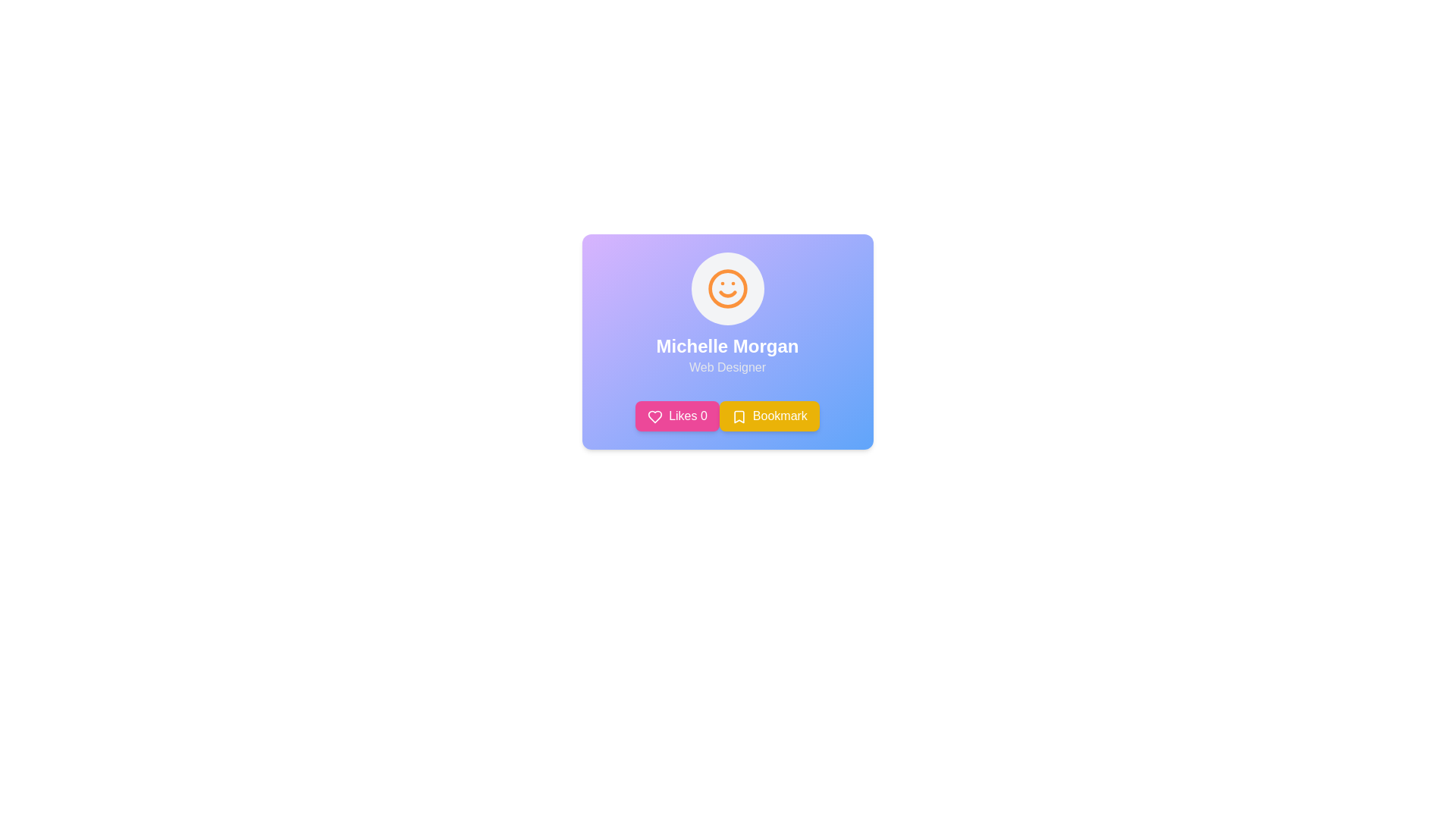 The width and height of the screenshot is (1456, 819). I want to click on the text label displaying the name 'Michelle Morgan', which is in a bold and large font and positioned above the 'Web Designer' subtitle on the card, so click(726, 346).